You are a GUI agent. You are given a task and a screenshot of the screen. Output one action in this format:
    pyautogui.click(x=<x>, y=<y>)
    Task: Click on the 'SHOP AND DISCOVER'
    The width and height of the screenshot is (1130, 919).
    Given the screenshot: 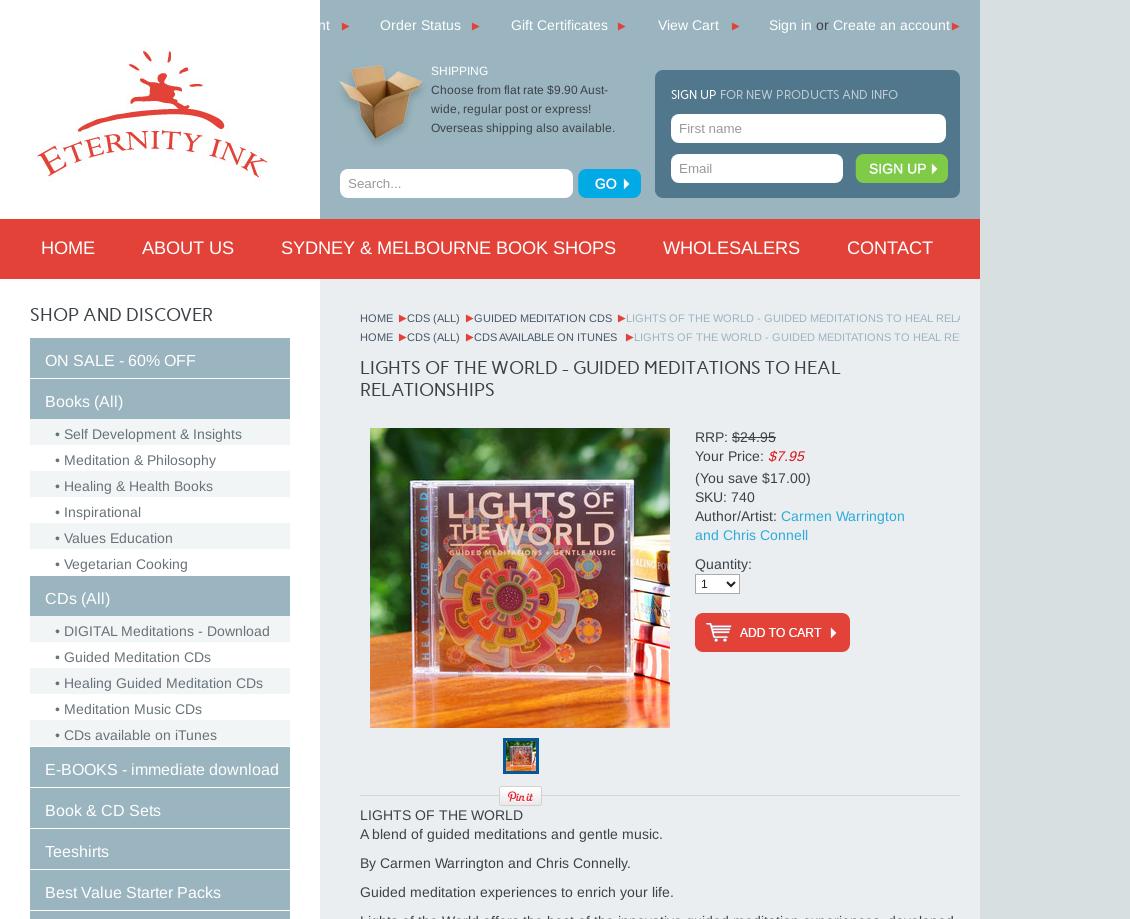 What is the action you would take?
    pyautogui.click(x=120, y=314)
    